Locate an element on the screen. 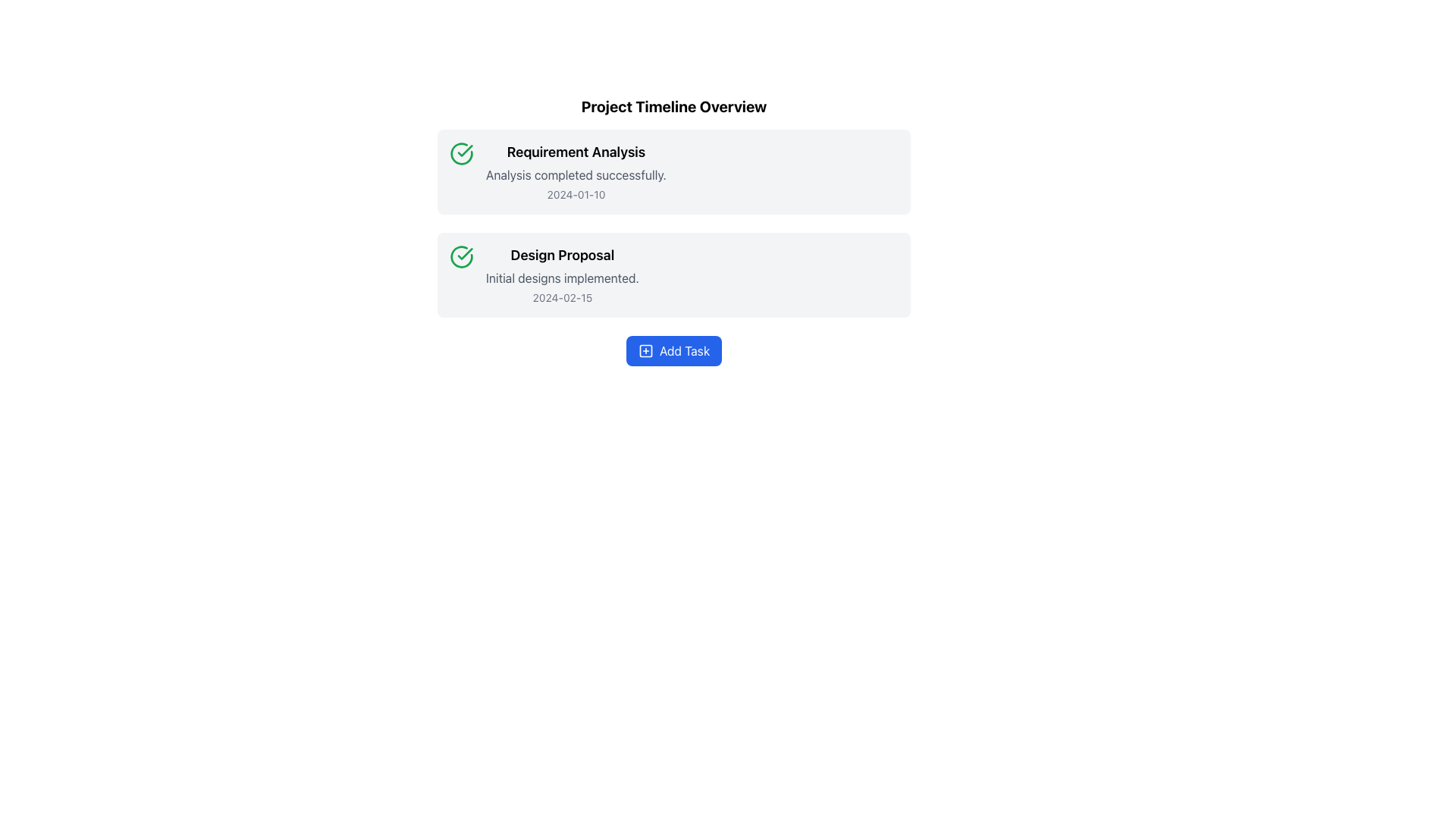  the button that allows users to add a new task to the timeline is located at coordinates (673, 350).